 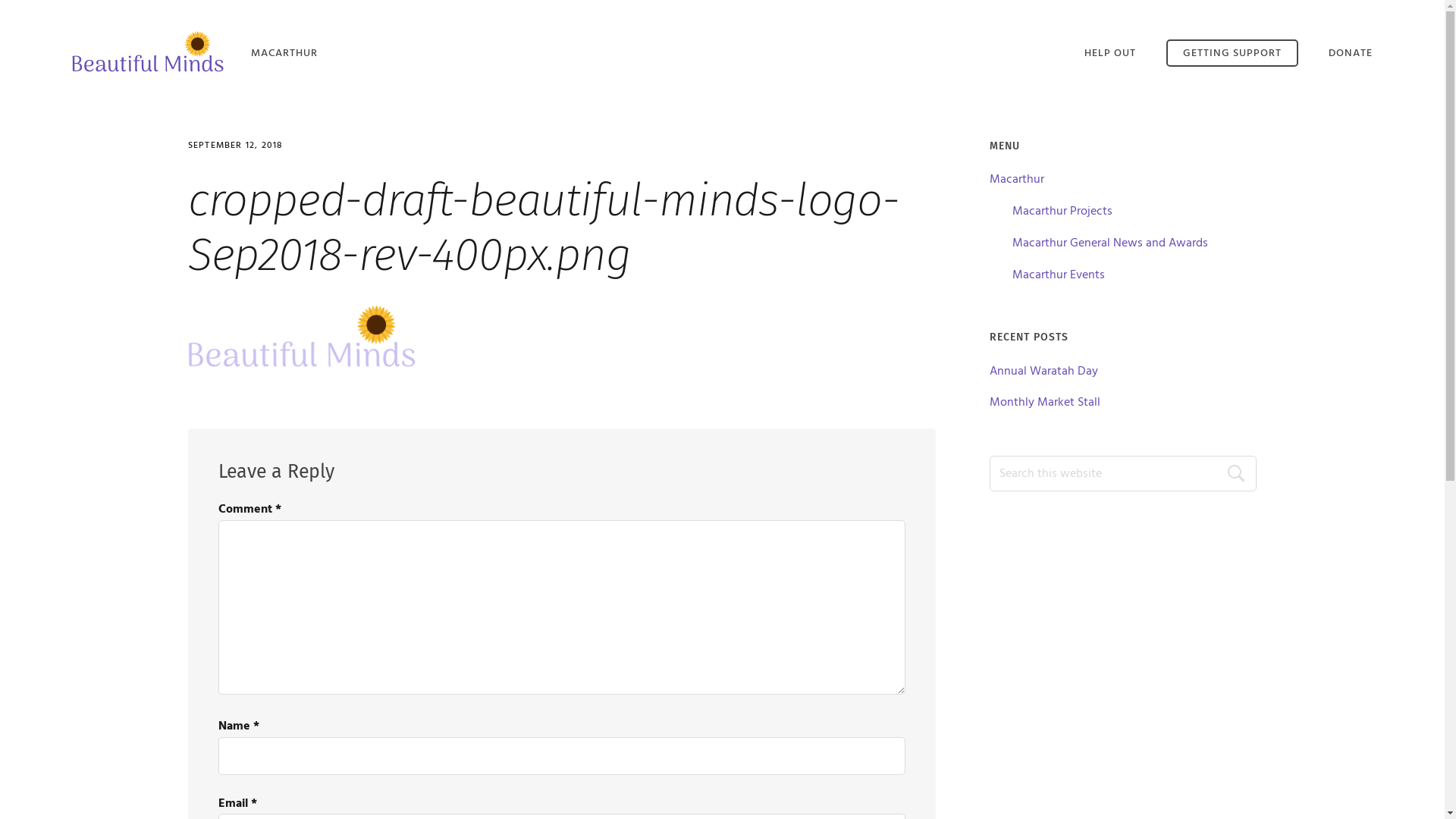 What do you see at coordinates (1016, 178) in the screenshot?
I see `'Macarthur'` at bounding box center [1016, 178].